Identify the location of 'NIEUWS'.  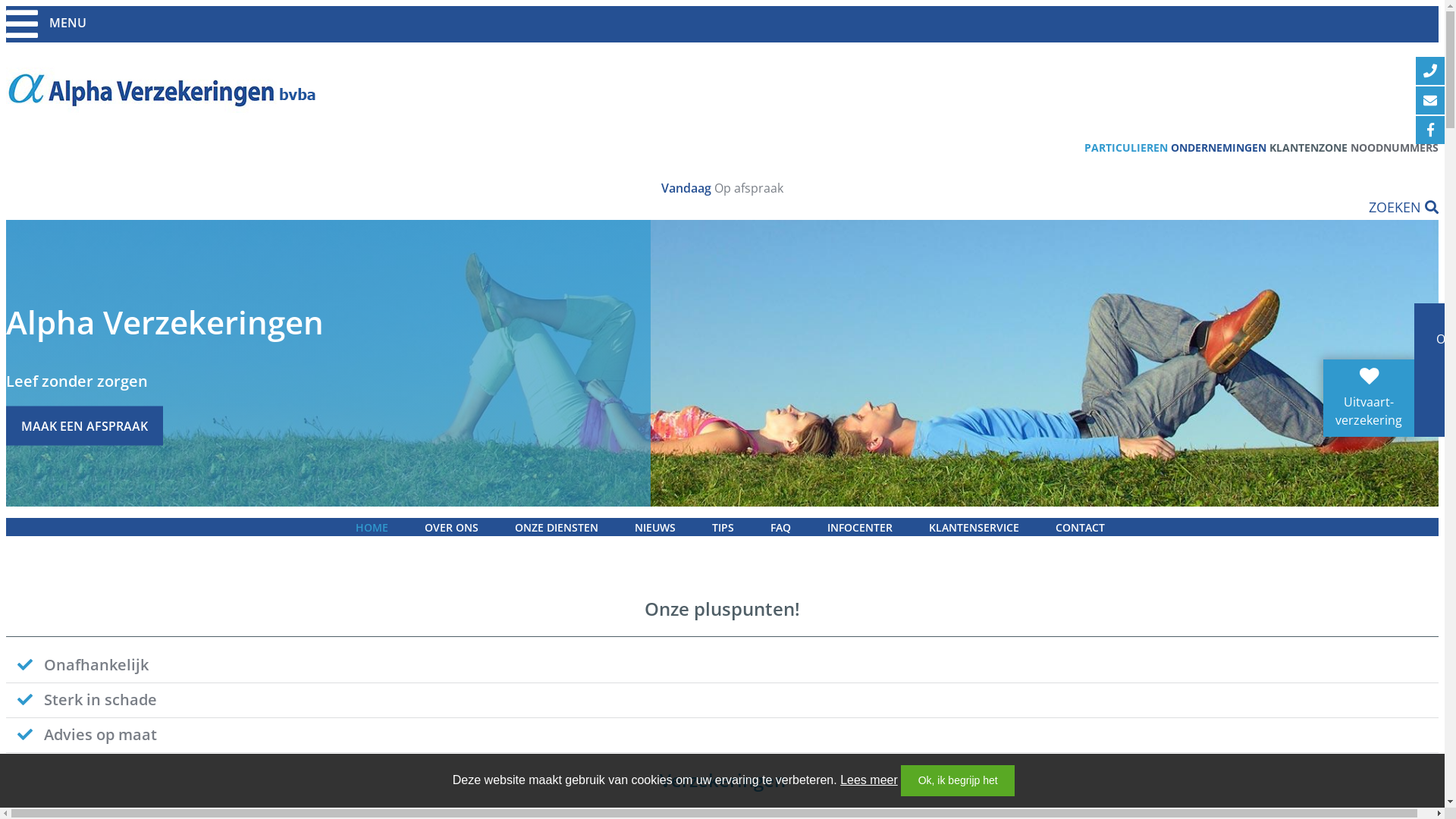
(654, 526).